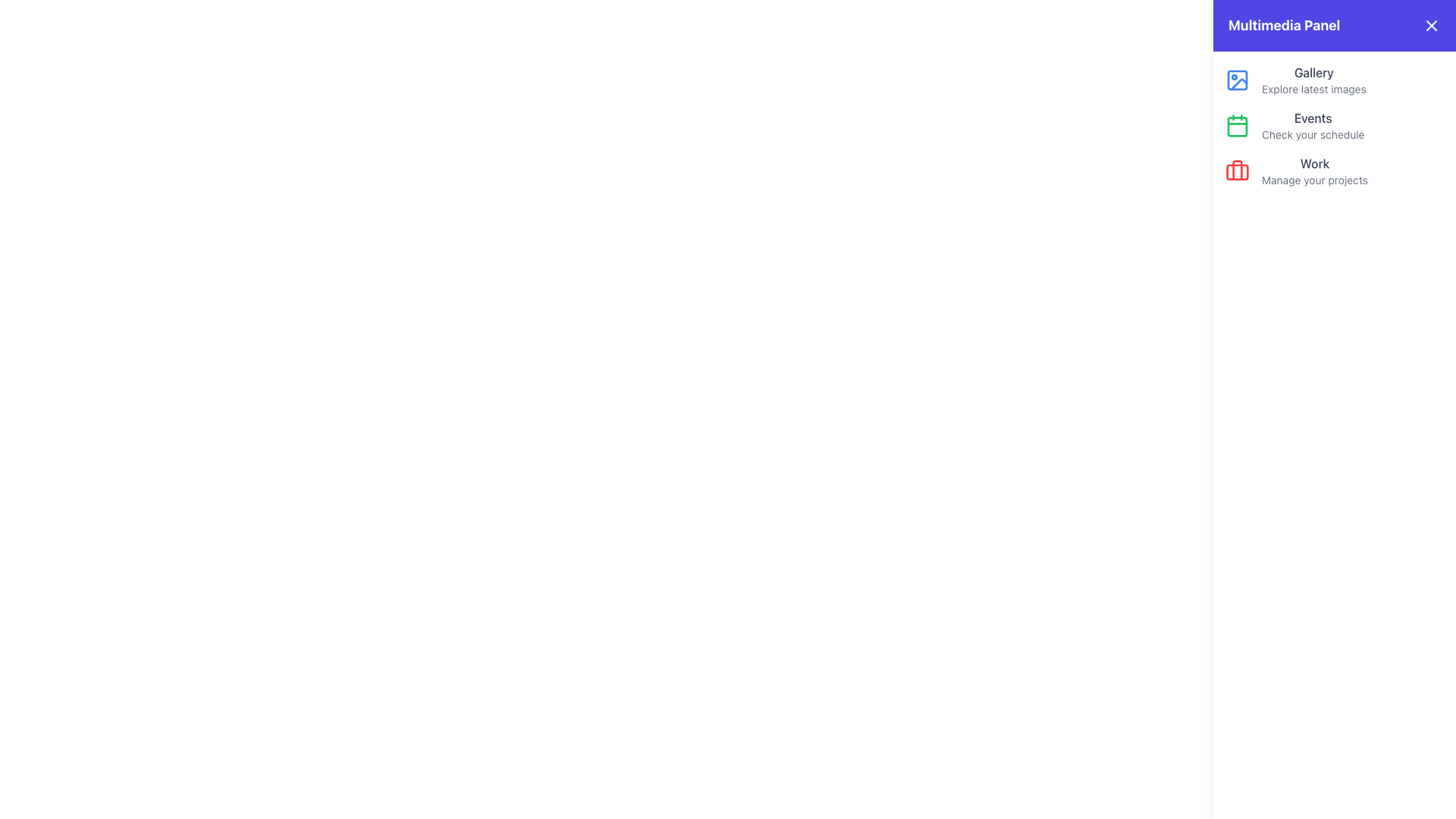 This screenshot has width=1456, height=819. I want to click on the 'Work' label element with the subtext 'Manage your projects' located, so click(1313, 171).